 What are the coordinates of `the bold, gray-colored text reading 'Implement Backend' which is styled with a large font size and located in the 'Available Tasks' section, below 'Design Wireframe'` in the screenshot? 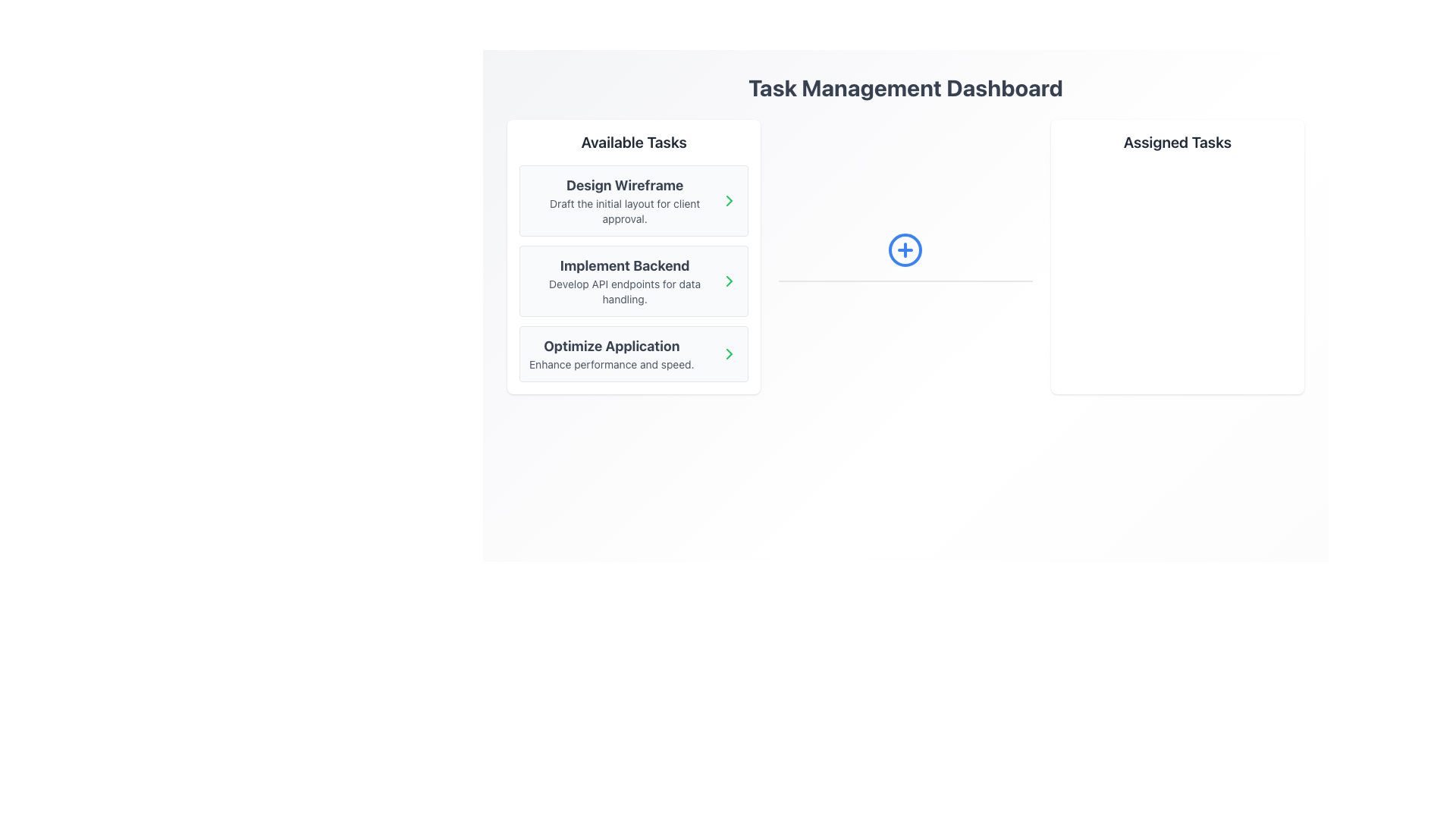 It's located at (625, 265).